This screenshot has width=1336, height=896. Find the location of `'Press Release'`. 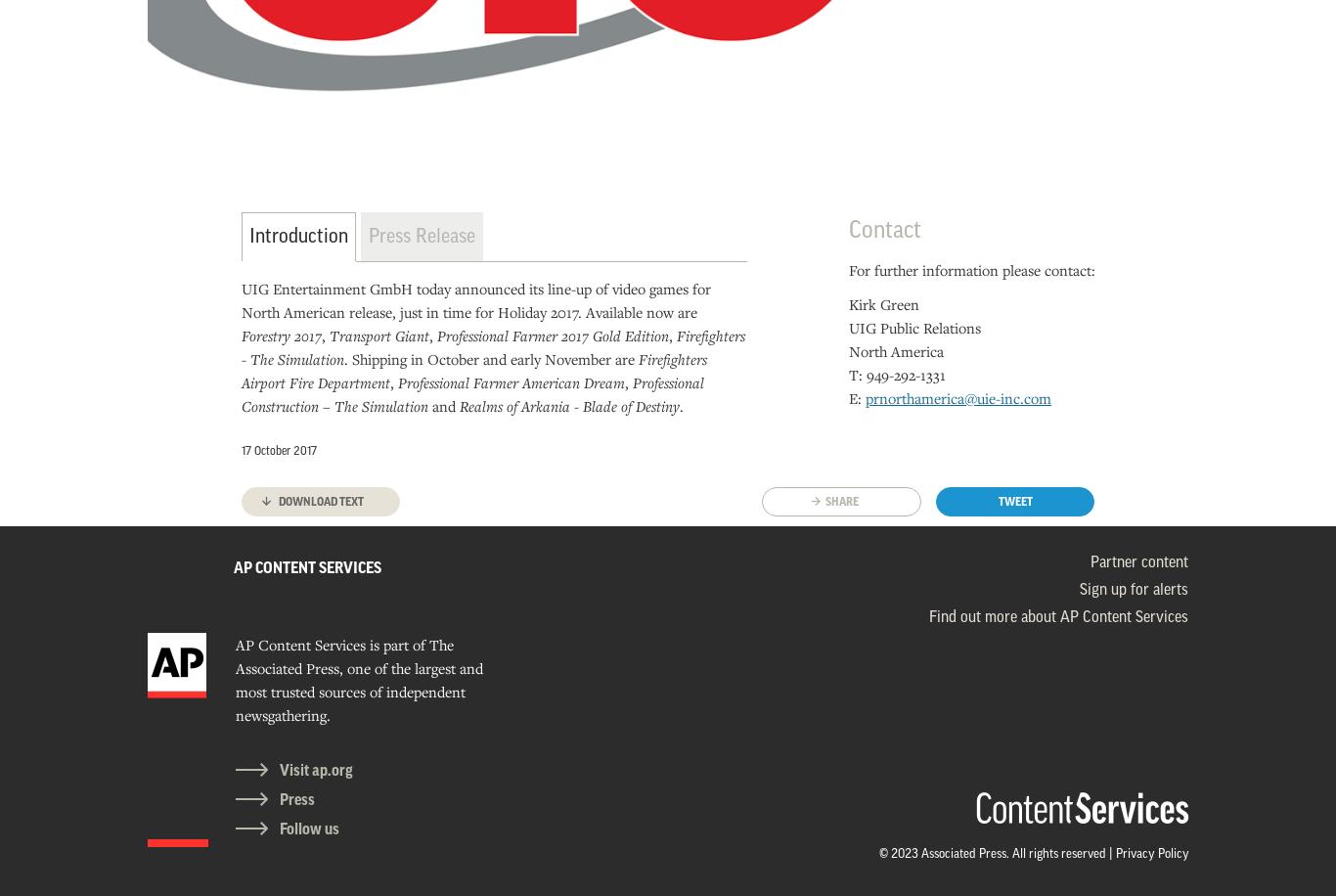

'Press Release' is located at coordinates (420, 237).